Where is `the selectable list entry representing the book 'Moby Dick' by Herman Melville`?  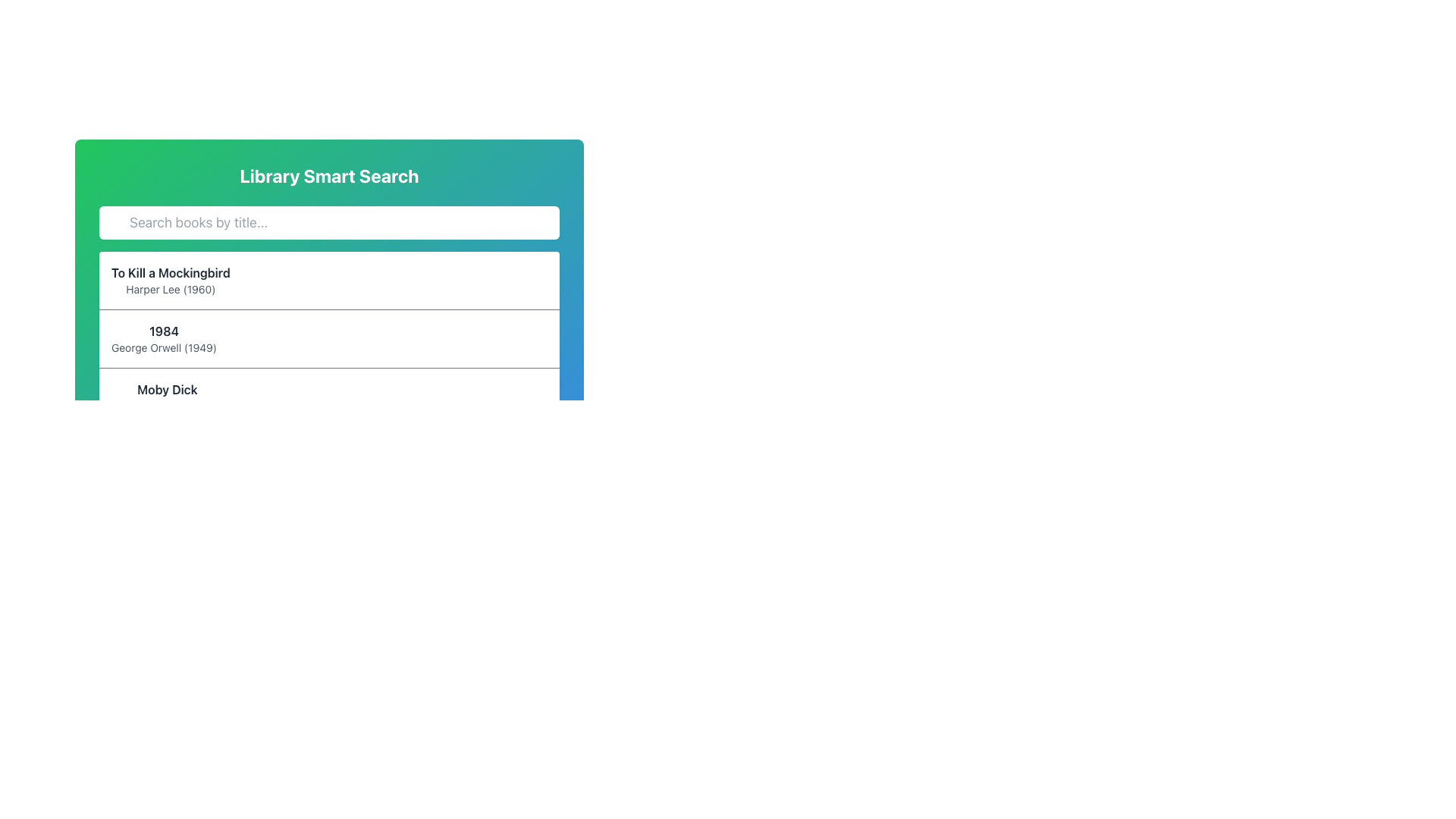 the selectable list entry representing the book 'Moby Dick' by Herman Melville is located at coordinates (328, 396).